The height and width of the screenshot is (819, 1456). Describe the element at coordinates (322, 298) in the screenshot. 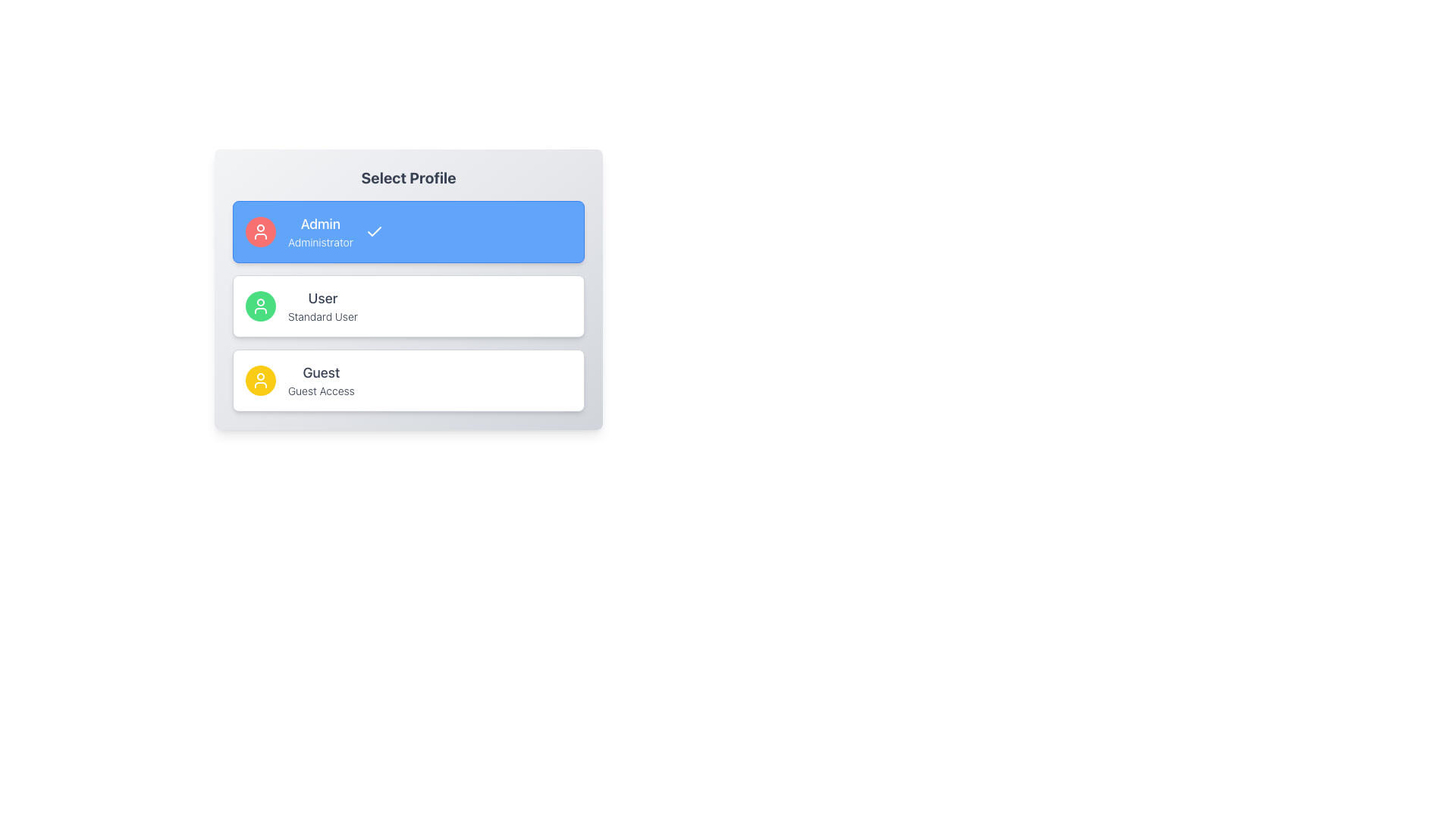

I see `text label indicating the user profile type, which is the title for the associated user profile option located above the subtitle 'Standard User' and to the right of the green circular icon` at that location.